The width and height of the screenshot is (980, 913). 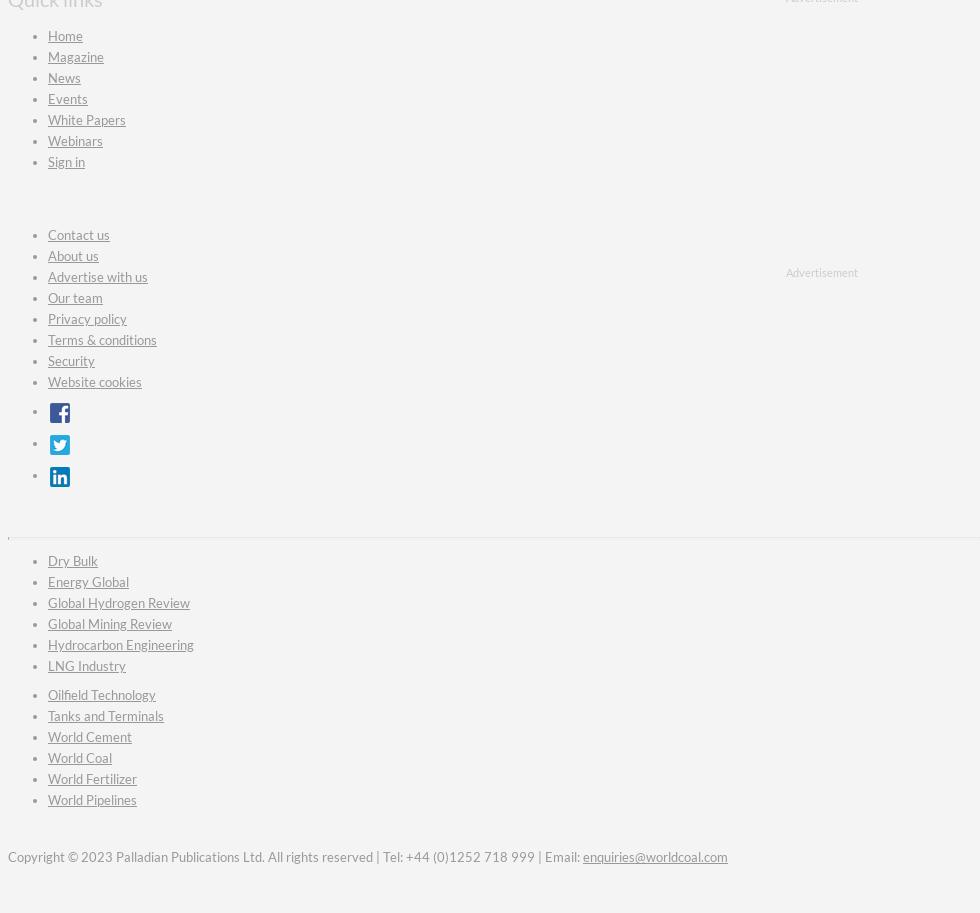 I want to click on 'Terms & conditions', so click(x=102, y=340).